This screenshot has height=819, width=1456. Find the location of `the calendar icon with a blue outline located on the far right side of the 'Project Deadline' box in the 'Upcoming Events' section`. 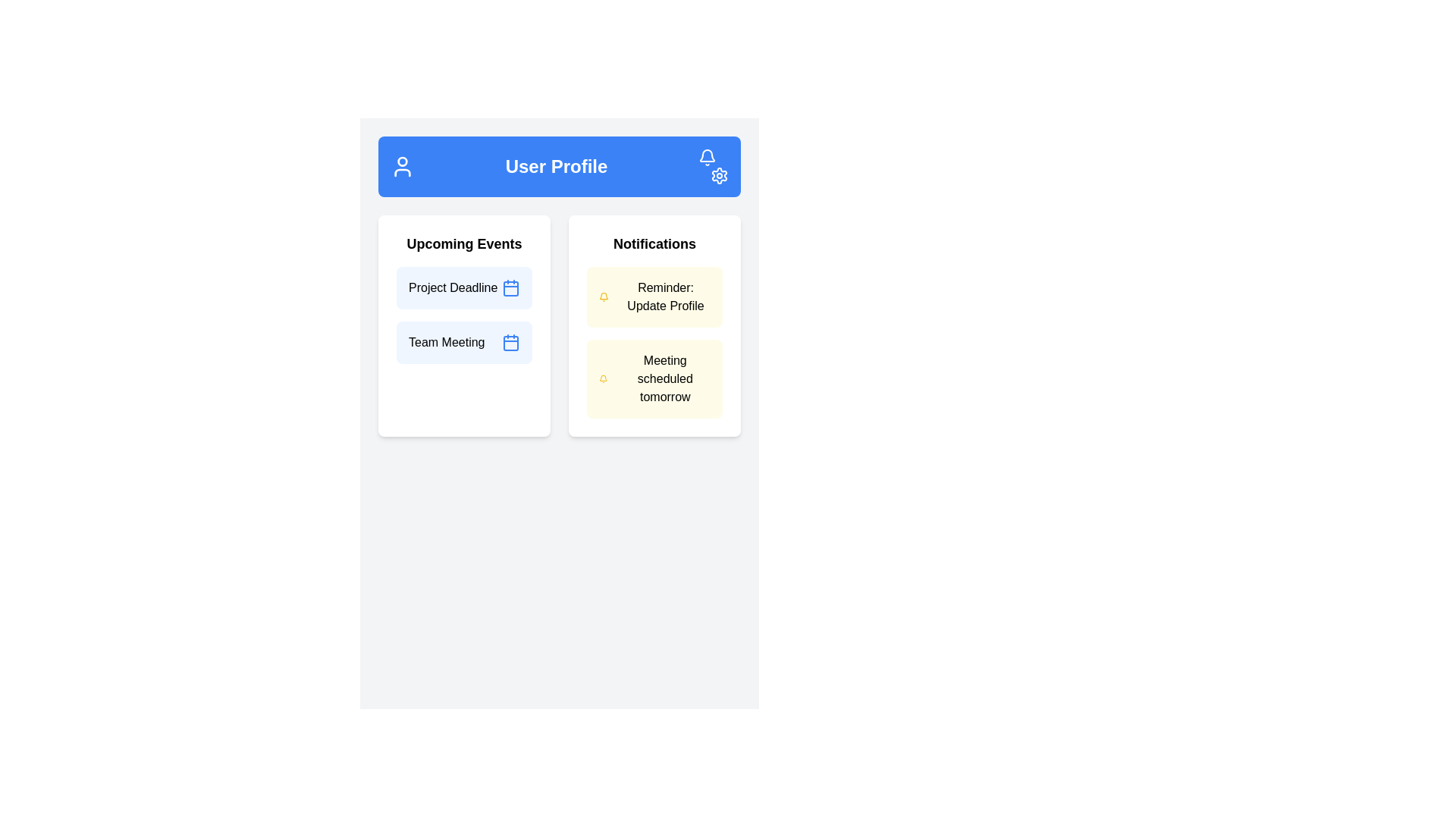

the calendar icon with a blue outline located on the far right side of the 'Project Deadline' box in the 'Upcoming Events' section is located at coordinates (510, 288).